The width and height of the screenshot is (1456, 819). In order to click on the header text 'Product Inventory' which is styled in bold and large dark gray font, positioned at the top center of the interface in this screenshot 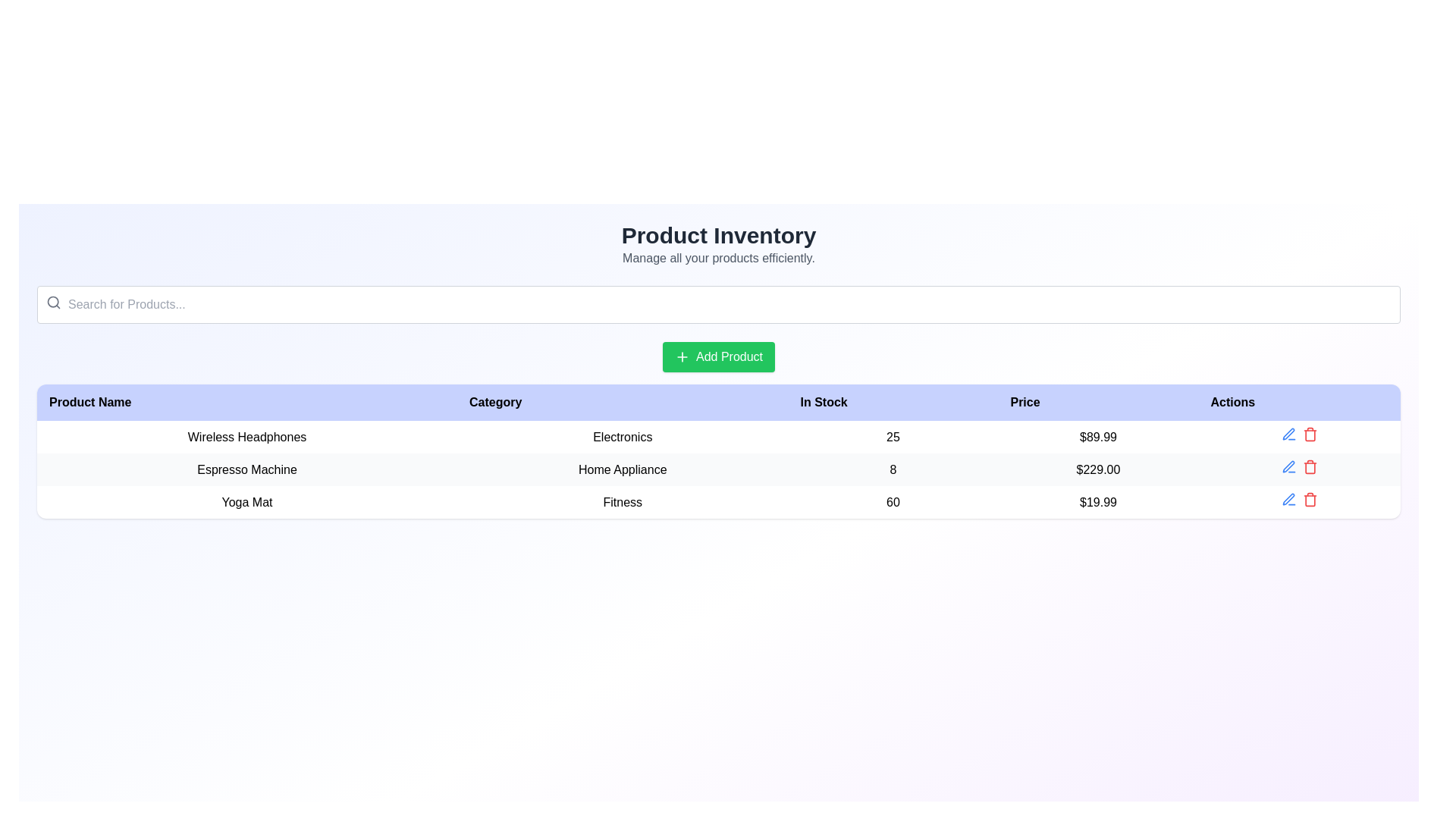, I will do `click(718, 236)`.